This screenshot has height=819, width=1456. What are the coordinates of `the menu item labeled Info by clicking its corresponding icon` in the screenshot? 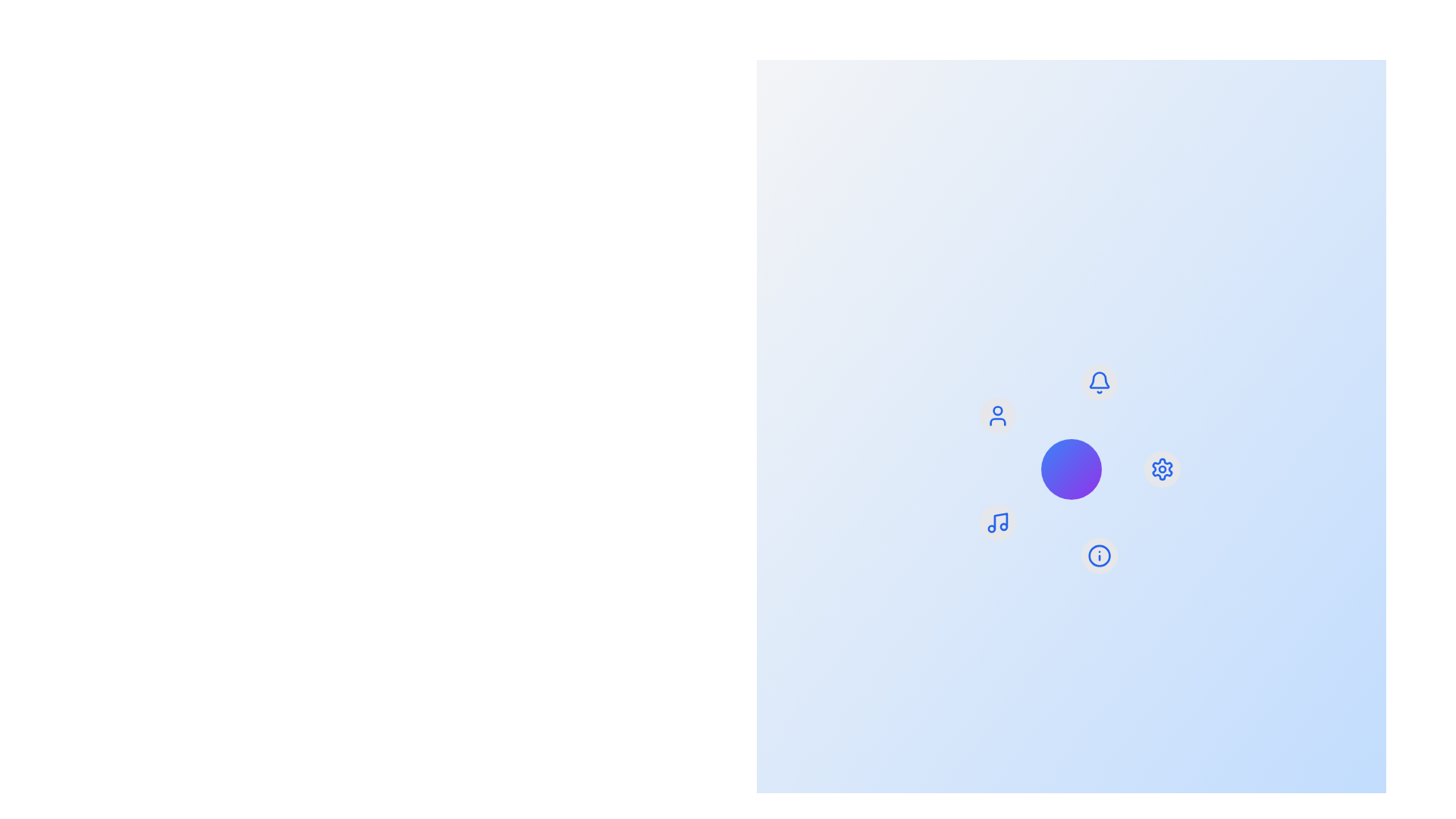 It's located at (1099, 555).